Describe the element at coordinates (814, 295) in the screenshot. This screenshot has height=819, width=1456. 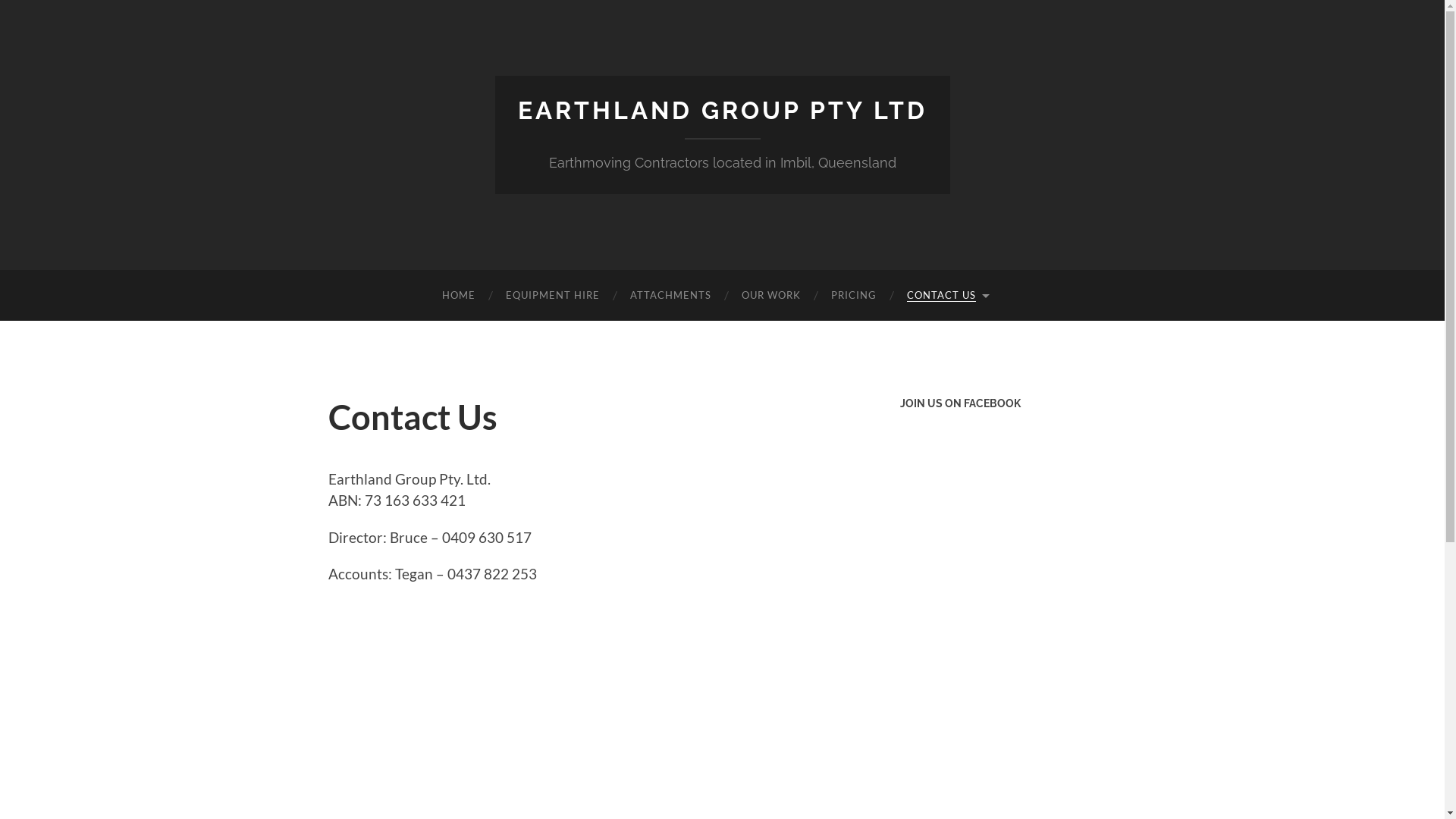
I see `'PRICING'` at that location.